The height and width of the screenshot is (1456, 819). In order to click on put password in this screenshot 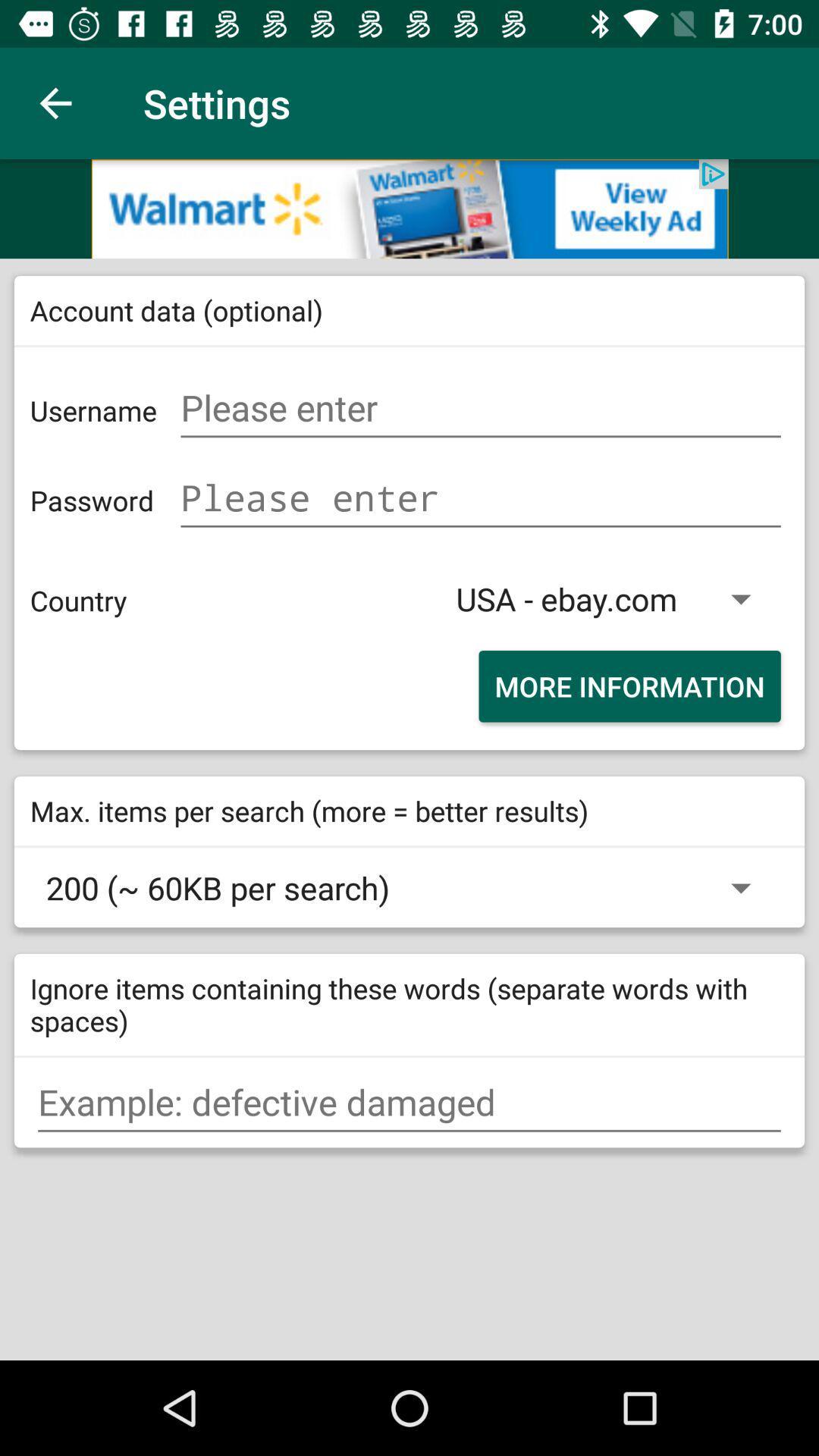, I will do `click(481, 498)`.